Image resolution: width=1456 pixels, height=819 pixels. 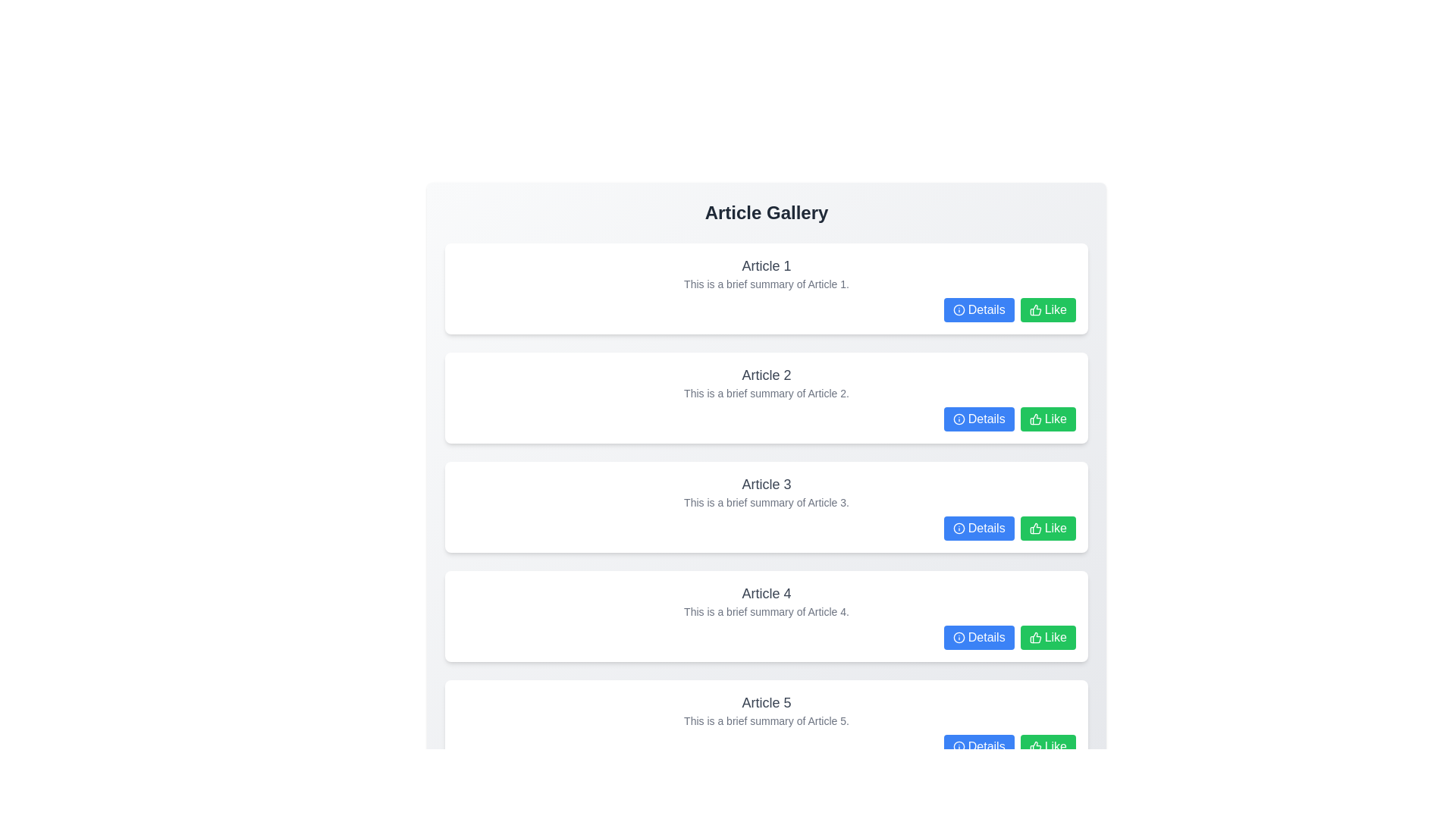 What do you see at coordinates (767, 375) in the screenshot?
I see `the Text Label that serves as the title for the second article, located beneath 'Article 1' and above the description for 'Article 2', to use it as a reference for navigation` at bounding box center [767, 375].